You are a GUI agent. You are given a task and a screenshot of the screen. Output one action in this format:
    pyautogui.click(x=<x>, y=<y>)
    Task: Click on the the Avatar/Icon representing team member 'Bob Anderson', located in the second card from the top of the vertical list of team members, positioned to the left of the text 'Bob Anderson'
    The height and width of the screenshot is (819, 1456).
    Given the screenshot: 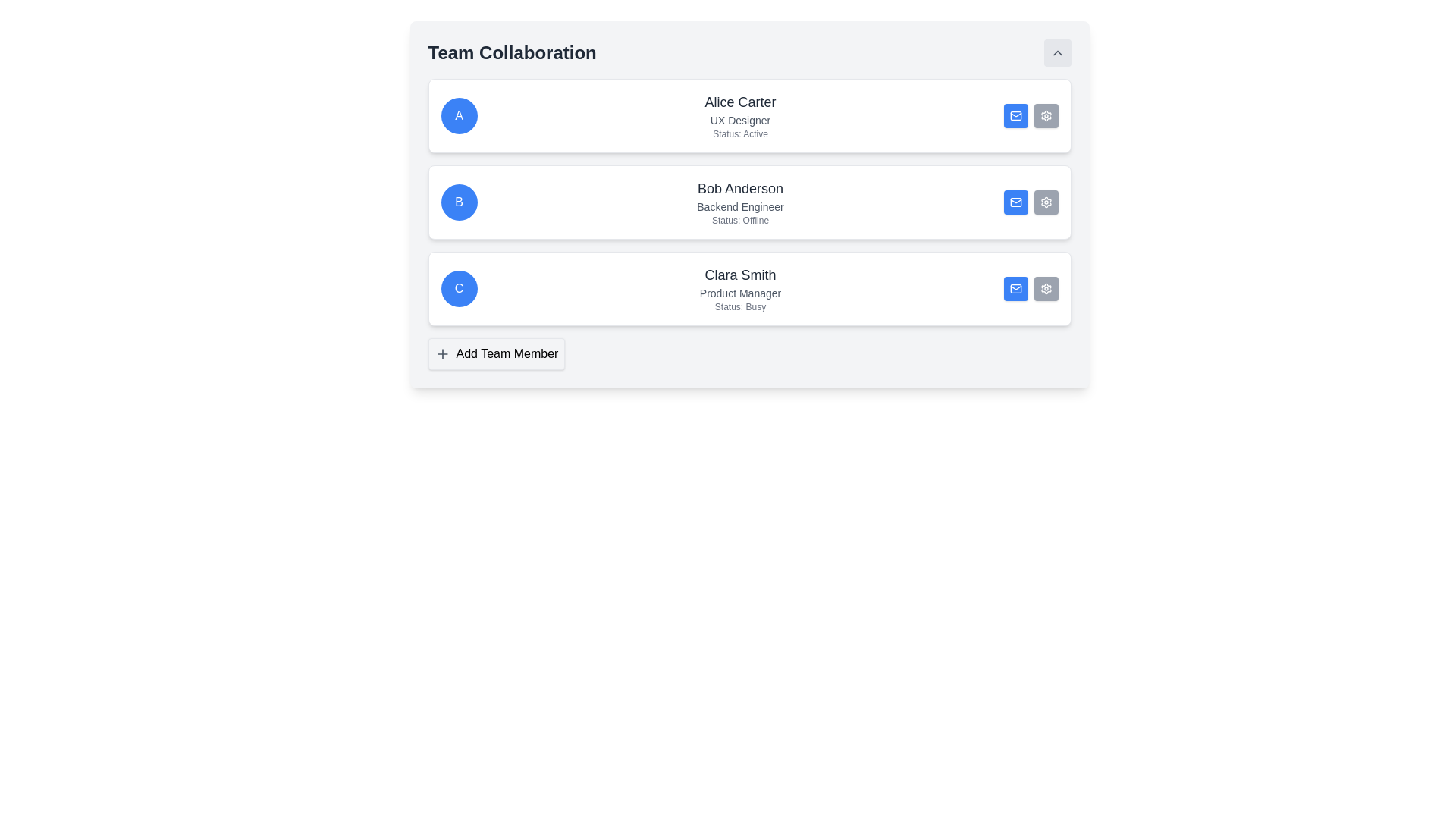 What is the action you would take?
    pyautogui.click(x=458, y=201)
    